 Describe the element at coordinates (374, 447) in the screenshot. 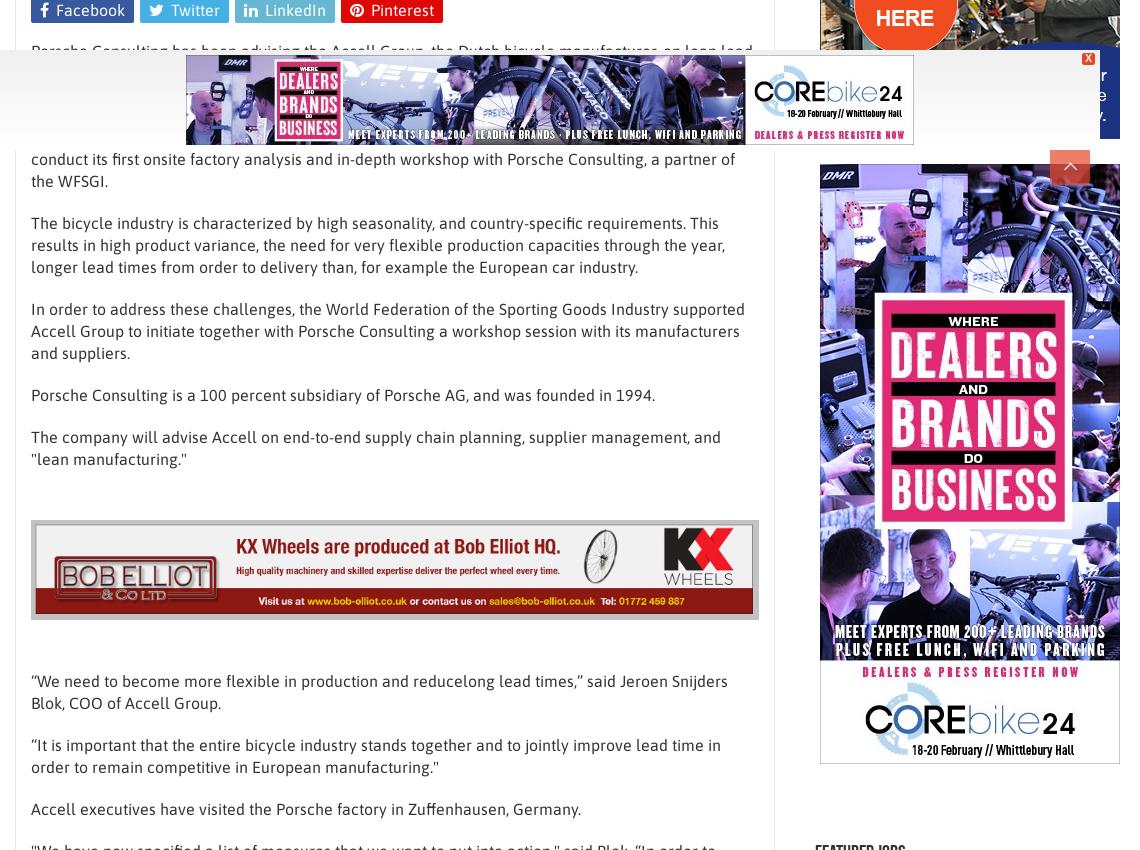

I see `'The company will advise Accell on end-to-end supply chain planning, supplier management, and "lean manufacturing."'` at that location.